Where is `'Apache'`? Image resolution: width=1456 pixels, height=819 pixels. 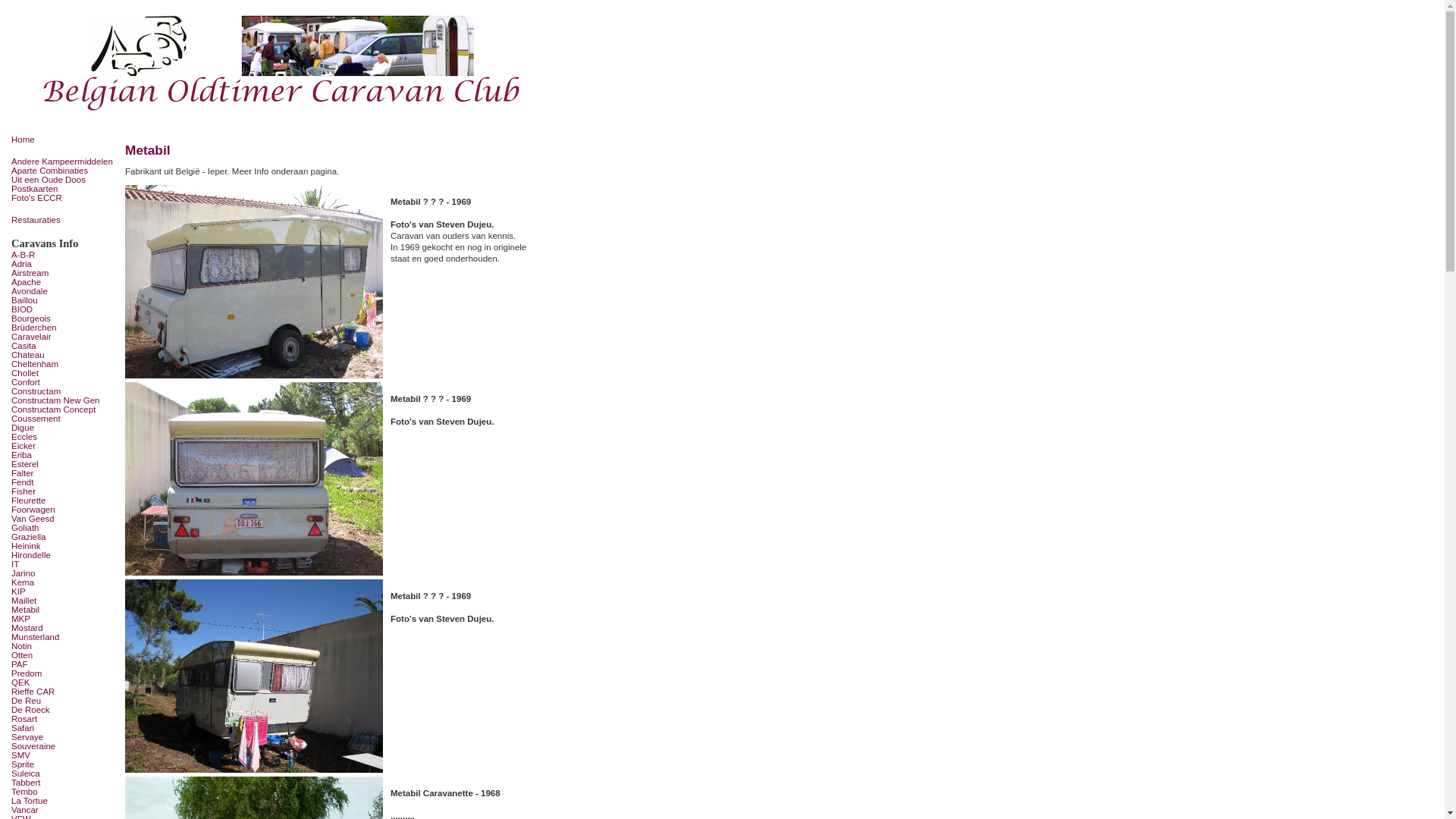
'Apache' is located at coordinates (64, 281).